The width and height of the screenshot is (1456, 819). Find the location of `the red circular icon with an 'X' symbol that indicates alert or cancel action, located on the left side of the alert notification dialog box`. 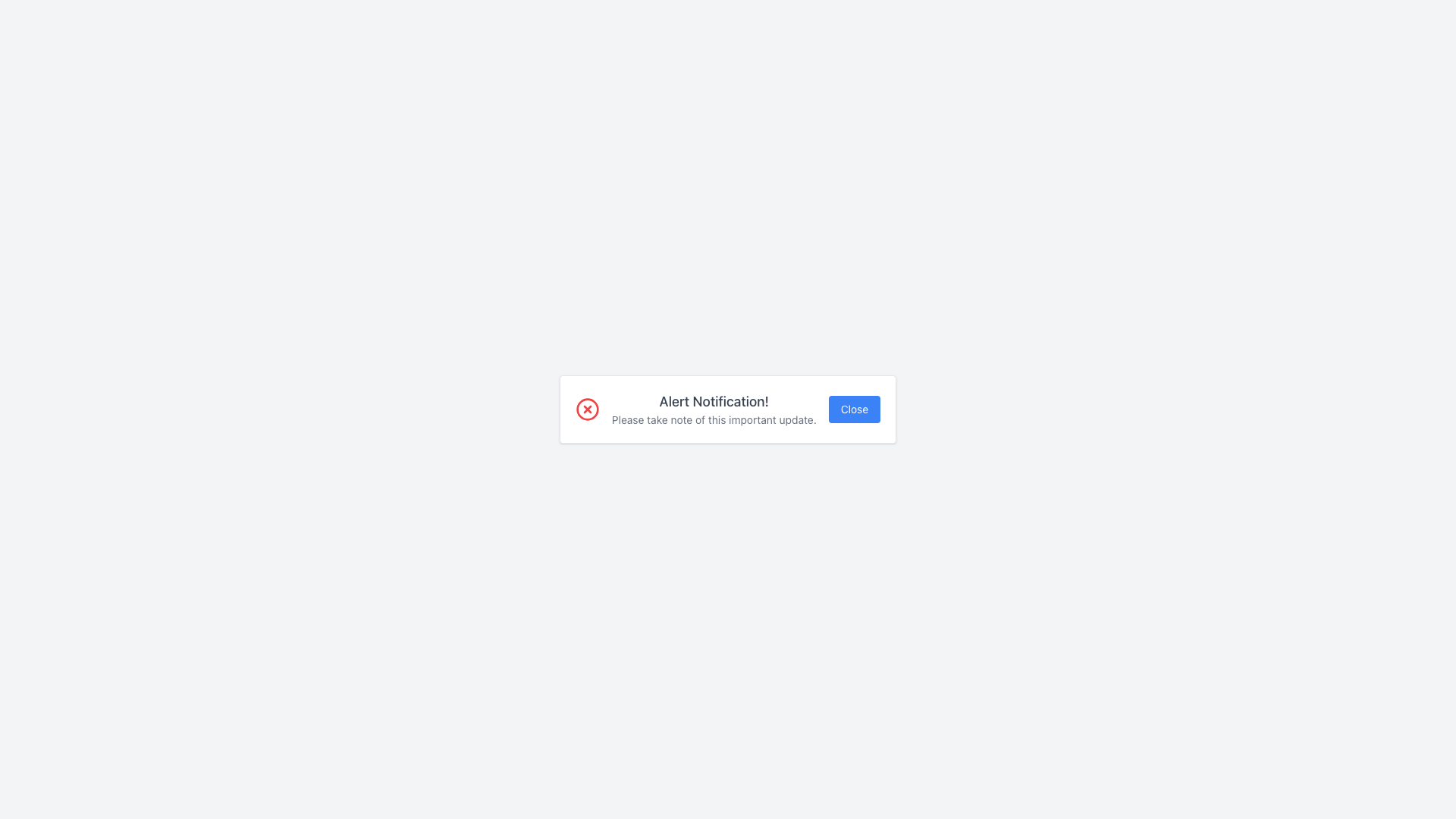

the red circular icon with an 'X' symbol that indicates alert or cancel action, located on the left side of the alert notification dialog box is located at coordinates (586, 409).